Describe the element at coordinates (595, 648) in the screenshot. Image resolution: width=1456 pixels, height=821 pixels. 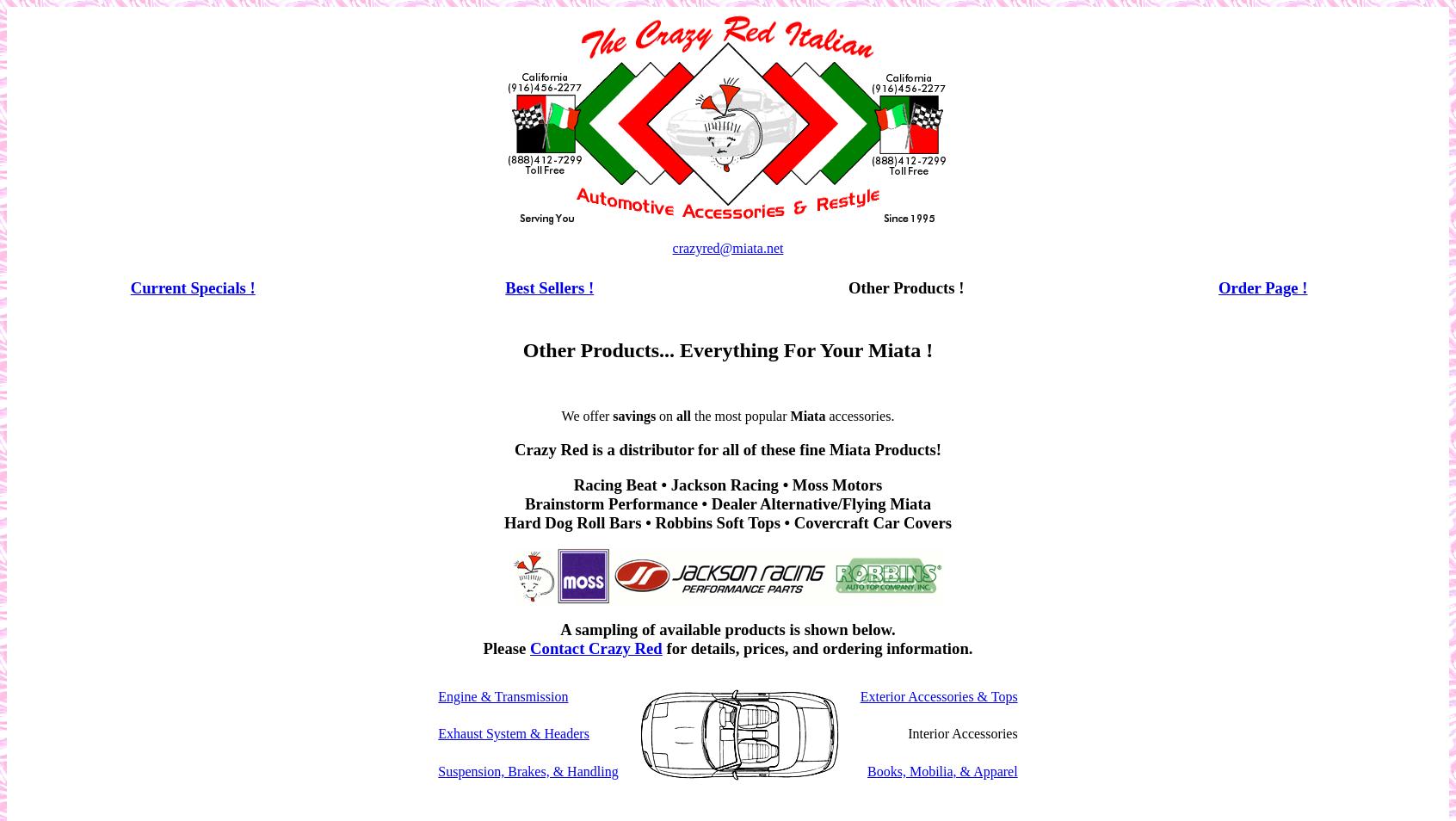
I see `'Contact Crazy Red'` at that location.